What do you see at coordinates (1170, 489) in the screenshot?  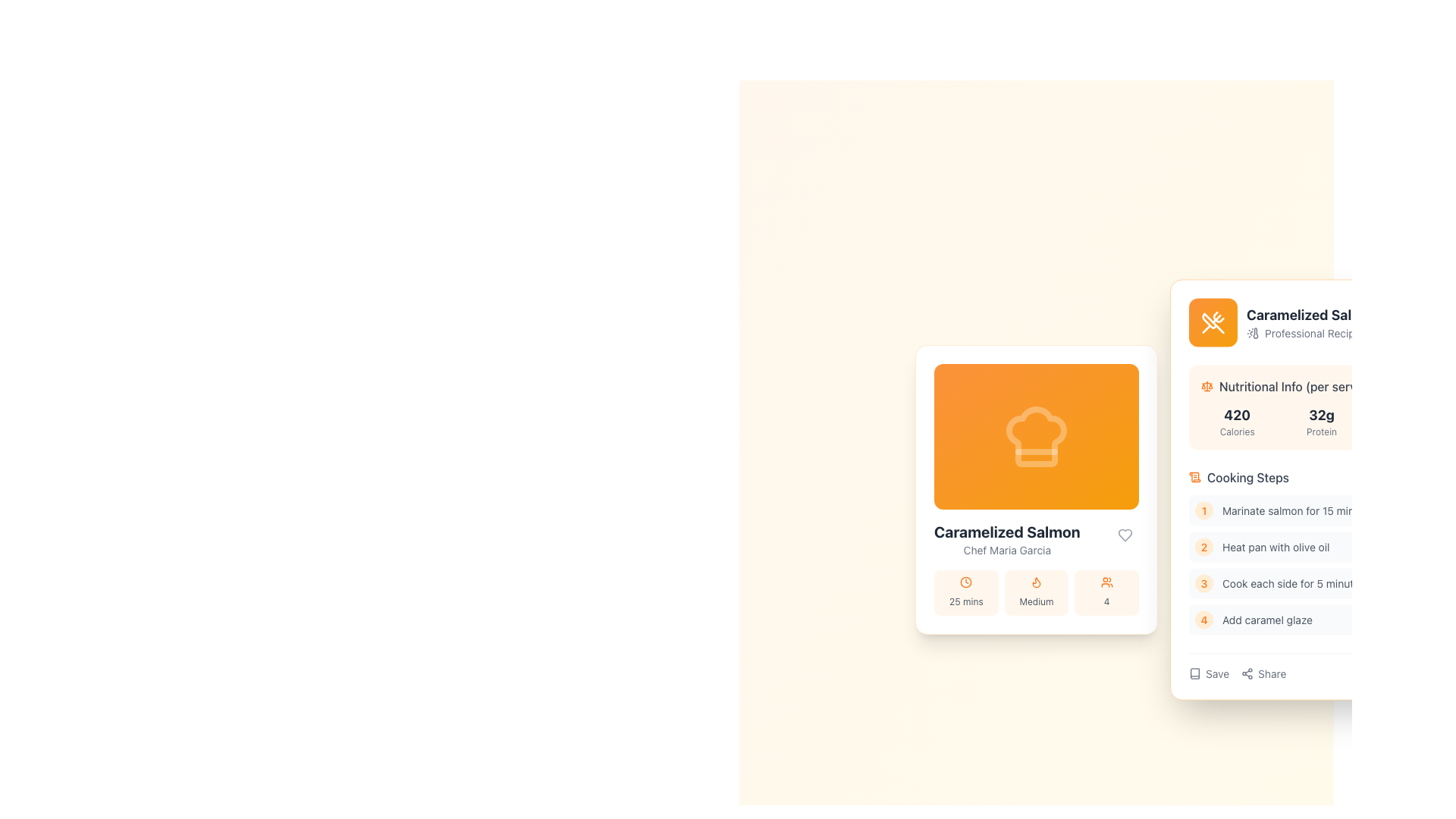 I see `the left-pointing triangular decorative pointer on the left edge of the right panel, which has a white right-side edge and is aligned vertically with the middle of the panel content` at bounding box center [1170, 489].